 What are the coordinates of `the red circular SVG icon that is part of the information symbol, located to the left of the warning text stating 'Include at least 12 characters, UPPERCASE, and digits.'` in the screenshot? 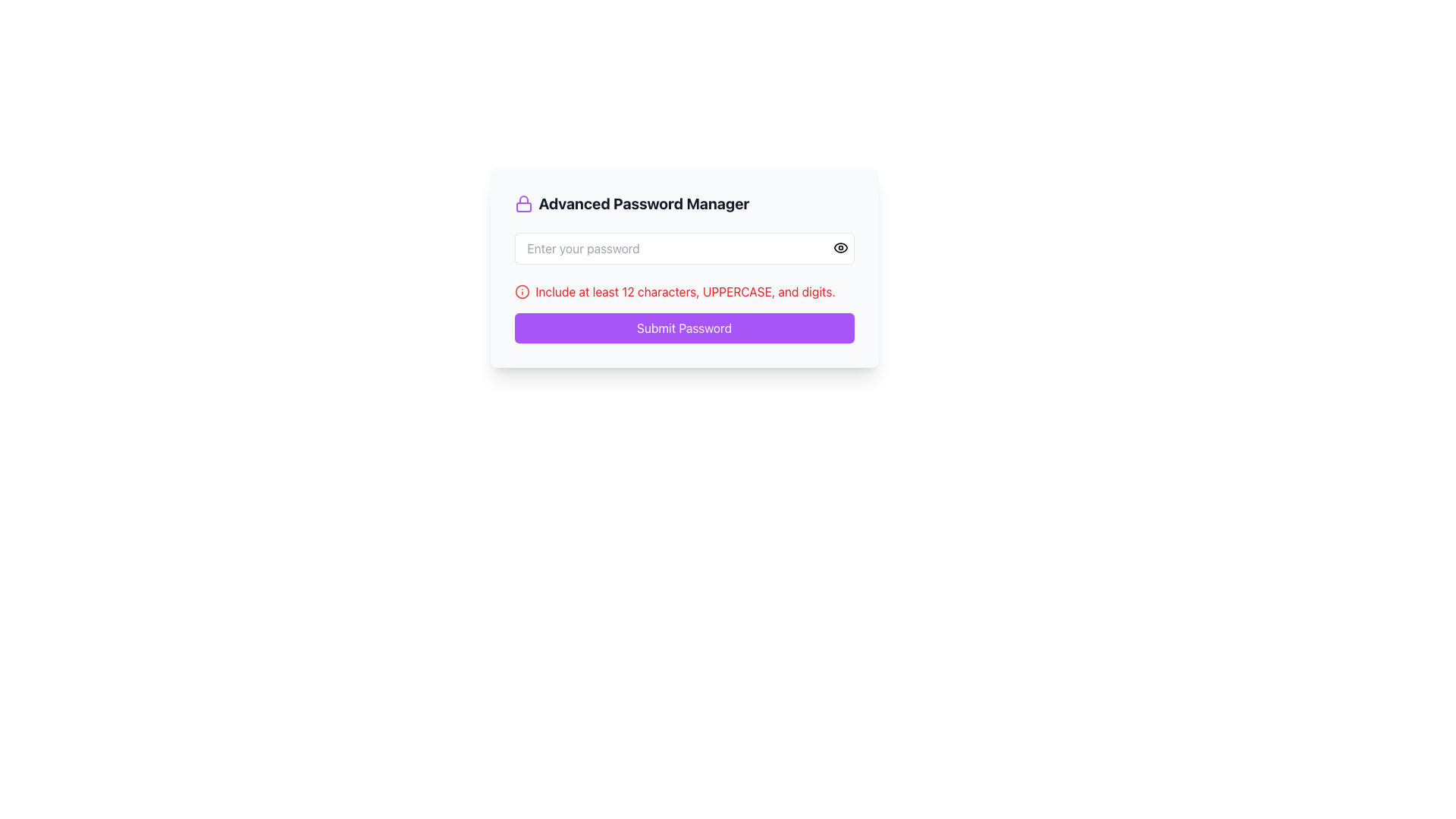 It's located at (522, 292).